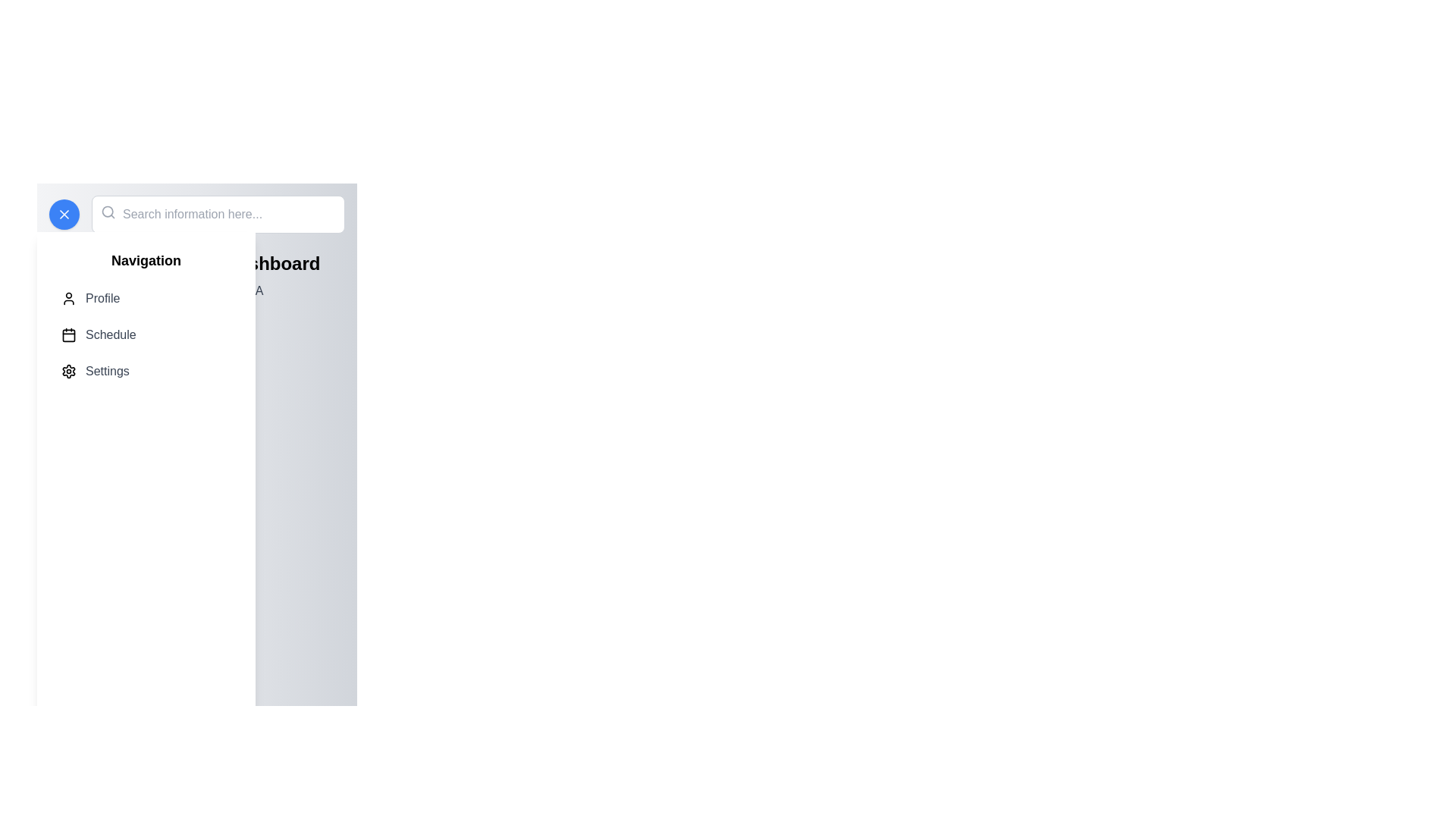  What do you see at coordinates (68, 334) in the screenshot?
I see `the calendar icon located to the left of the 'Schedule' text in the navigation menu` at bounding box center [68, 334].